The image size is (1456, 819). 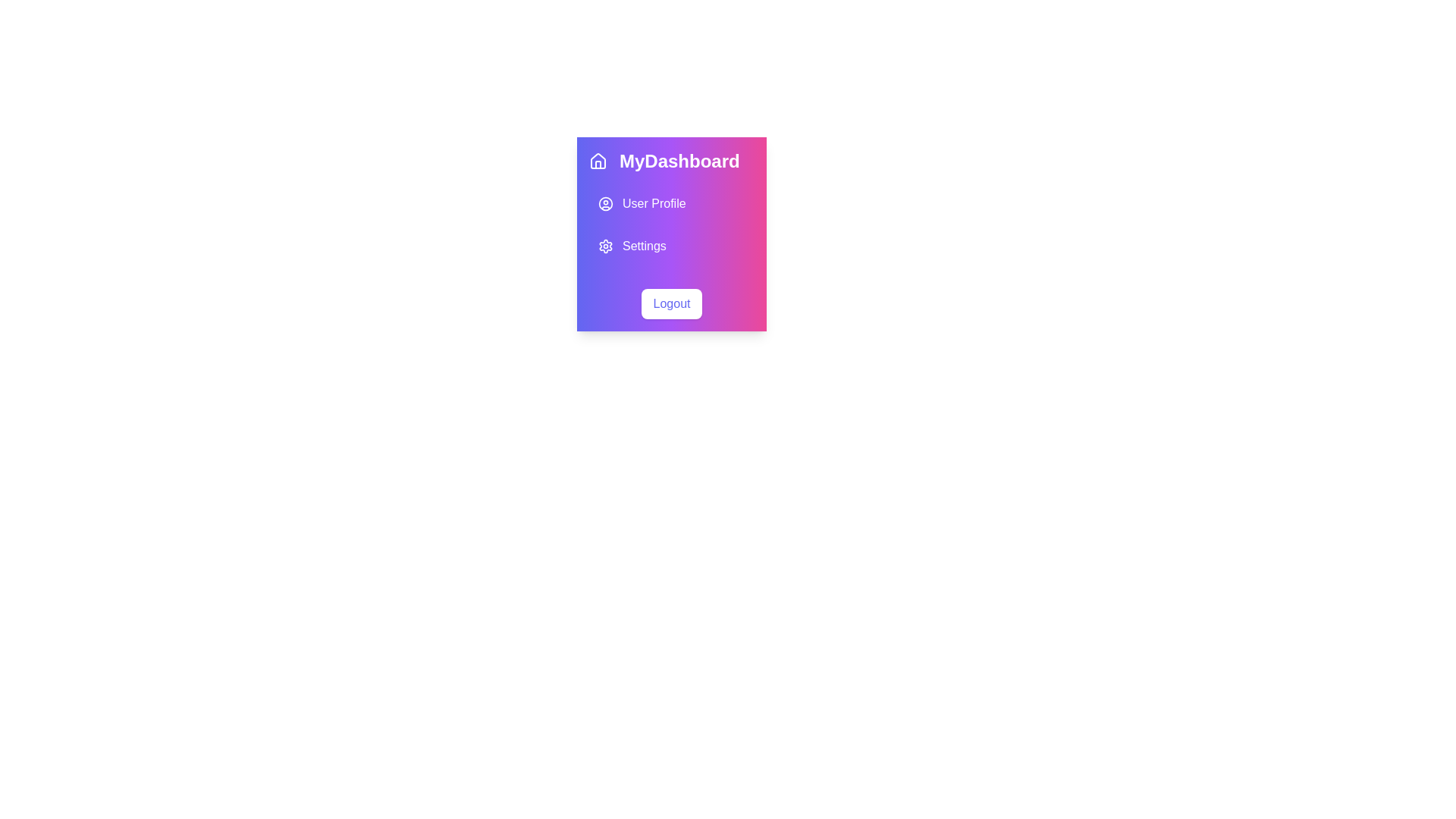 What do you see at coordinates (597, 161) in the screenshot?
I see `the home button icon located at the far left of the 'MyDashboard' title bar group in the header section of the dashboard interface` at bounding box center [597, 161].